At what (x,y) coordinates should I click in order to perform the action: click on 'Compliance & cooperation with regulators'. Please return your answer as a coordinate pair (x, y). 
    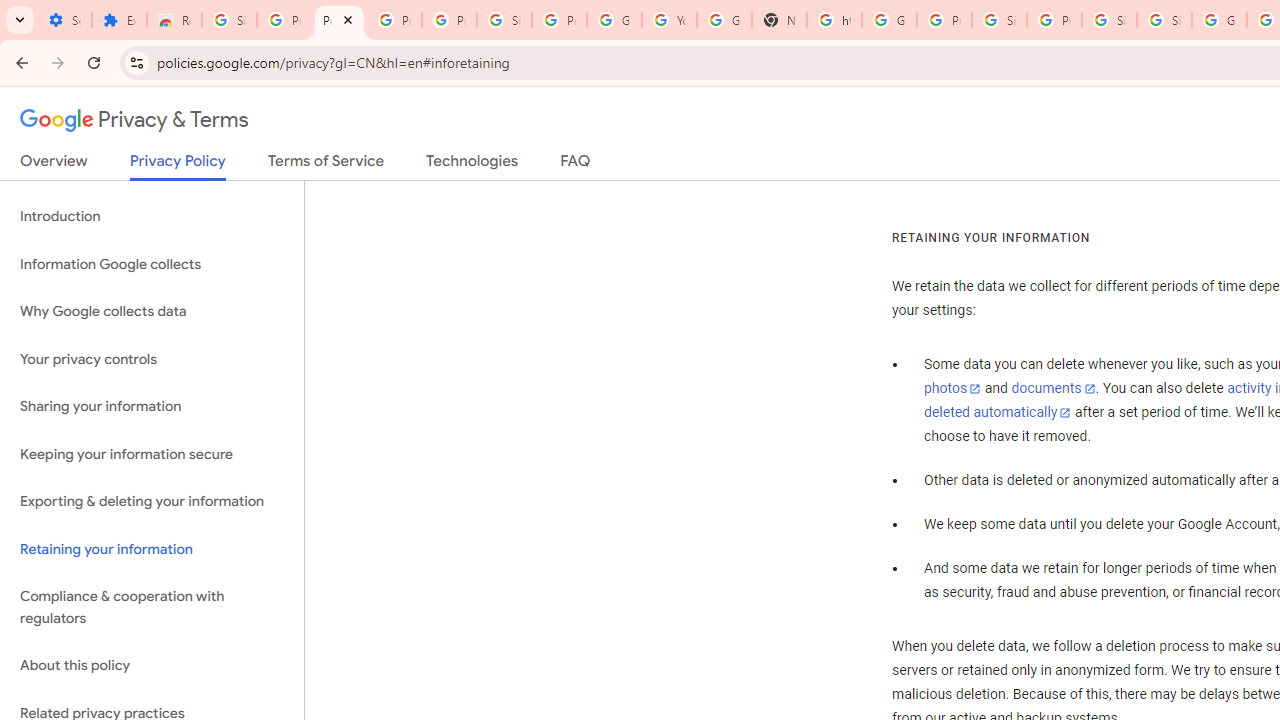
    Looking at the image, I should click on (151, 607).